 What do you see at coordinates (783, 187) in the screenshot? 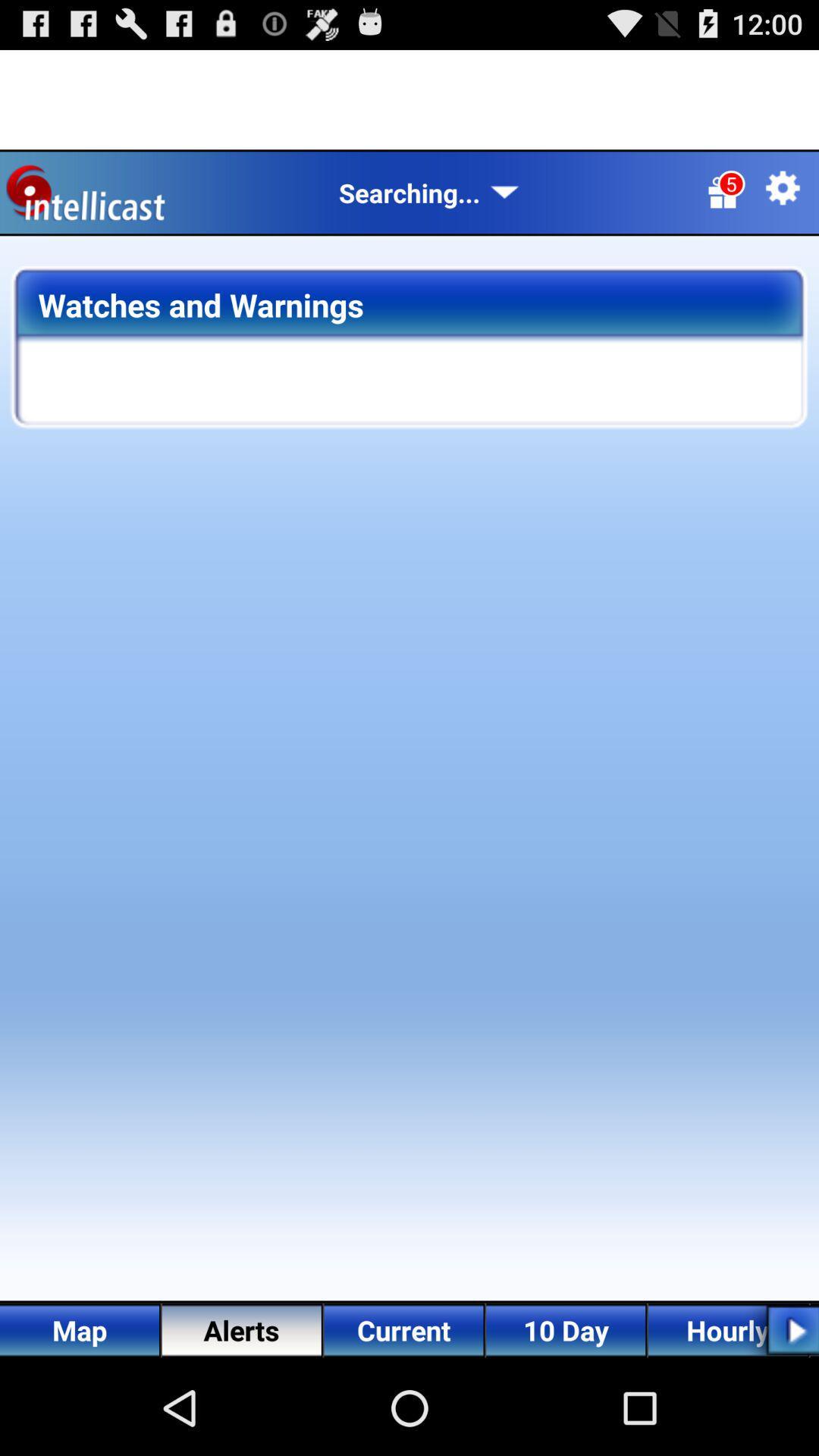
I see `the settings icon from the top right` at bounding box center [783, 187].